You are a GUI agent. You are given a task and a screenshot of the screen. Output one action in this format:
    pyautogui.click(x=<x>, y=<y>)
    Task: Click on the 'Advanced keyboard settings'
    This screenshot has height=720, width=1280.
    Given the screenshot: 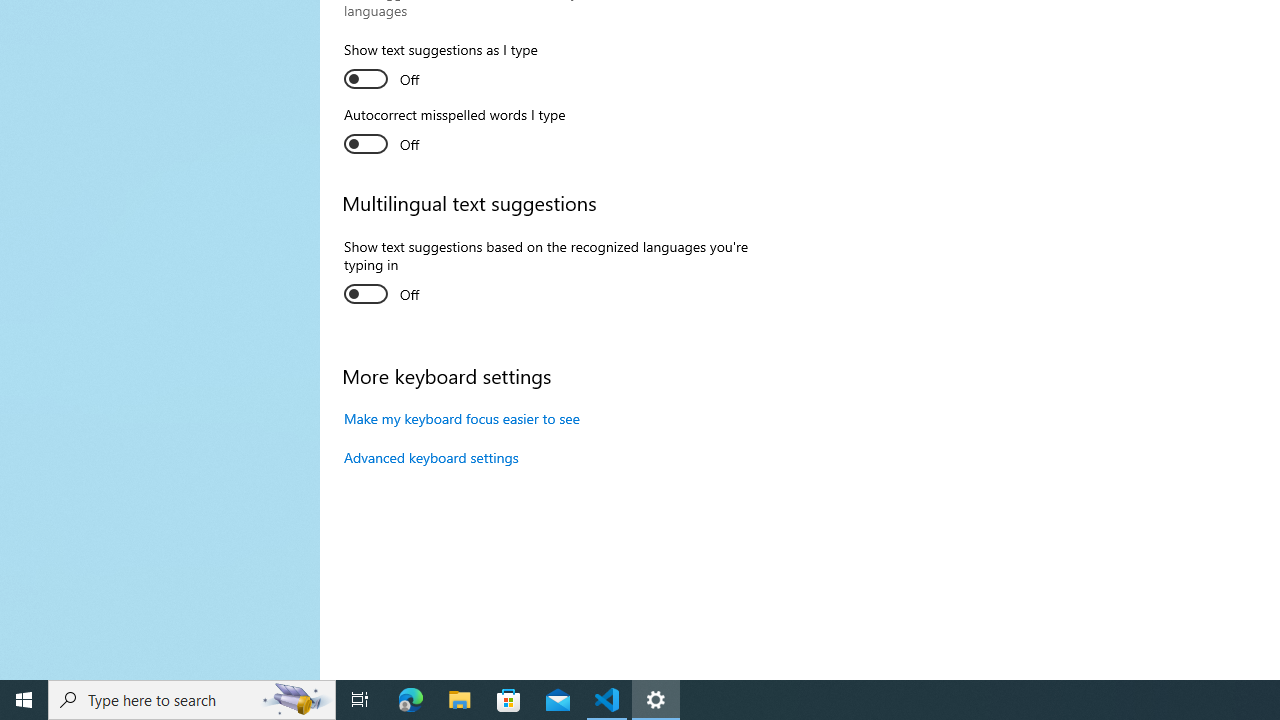 What is the action you would take?
    pyautogui.click(x=430, y=457)
    